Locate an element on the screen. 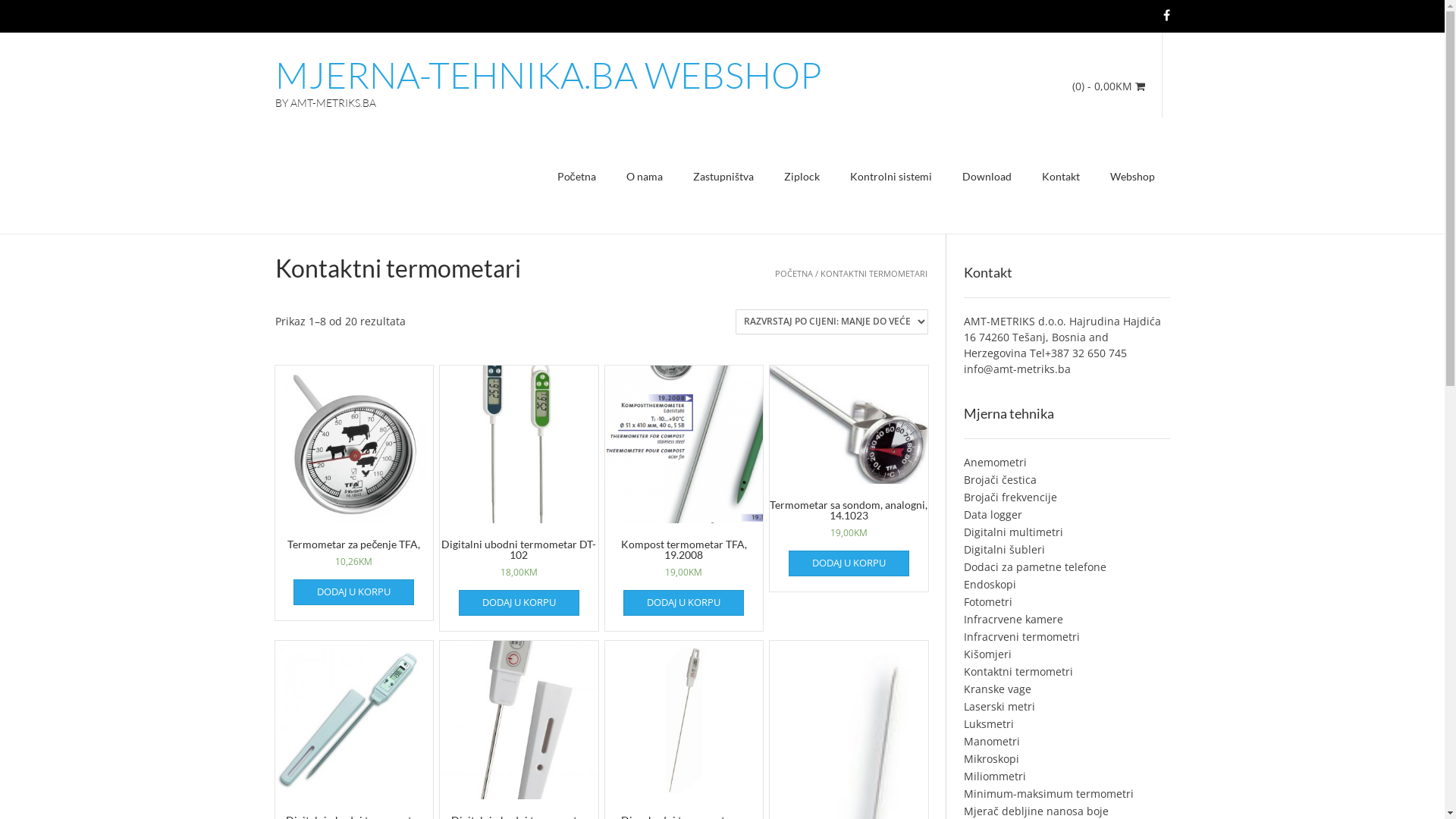  'Minimum-maksimum termometri' is located at coordinates (963, 792).